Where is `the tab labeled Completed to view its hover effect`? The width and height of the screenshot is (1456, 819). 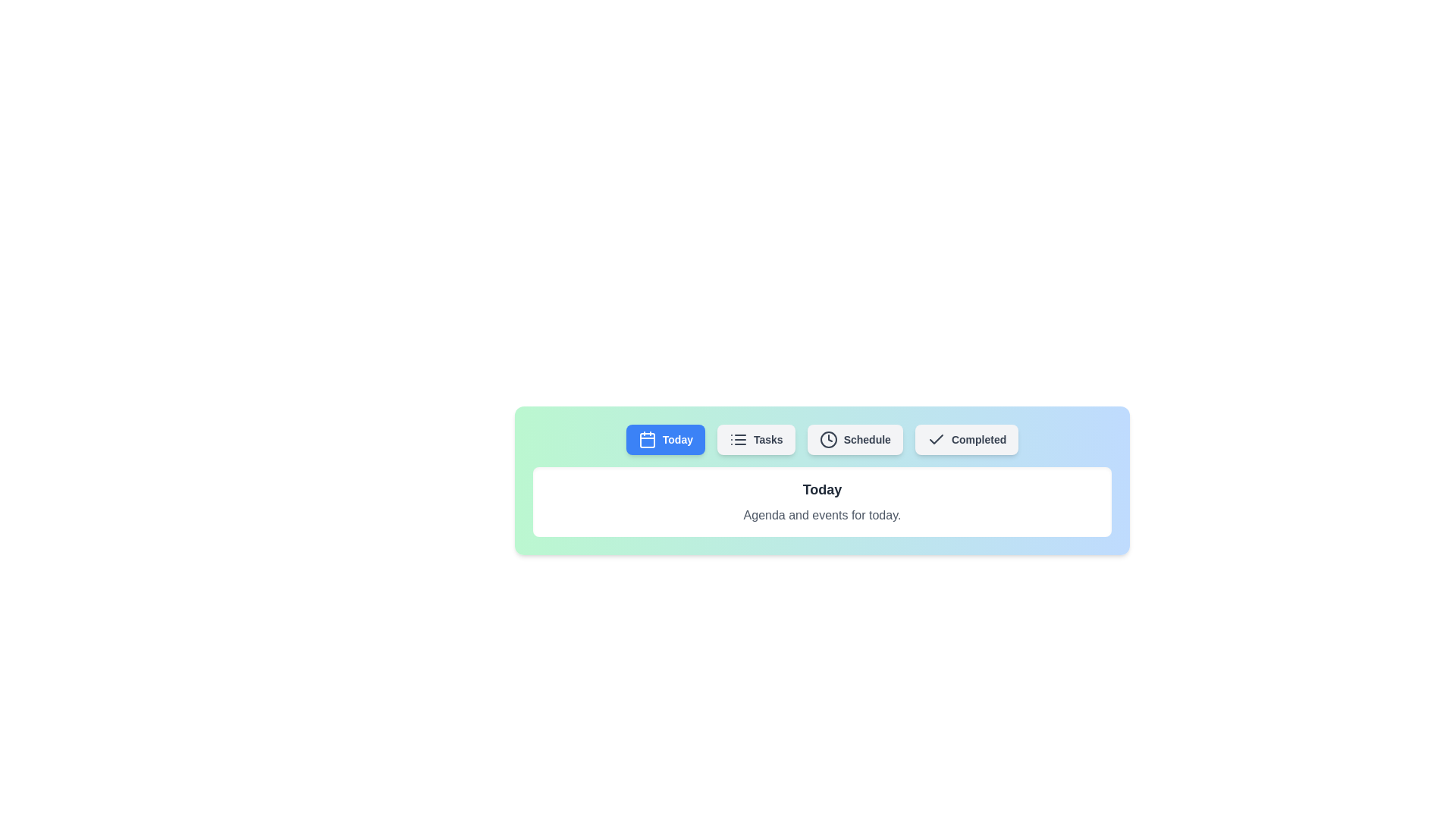 the tab labeled Completed to view its hover effect is located at coordinates (966, 439).